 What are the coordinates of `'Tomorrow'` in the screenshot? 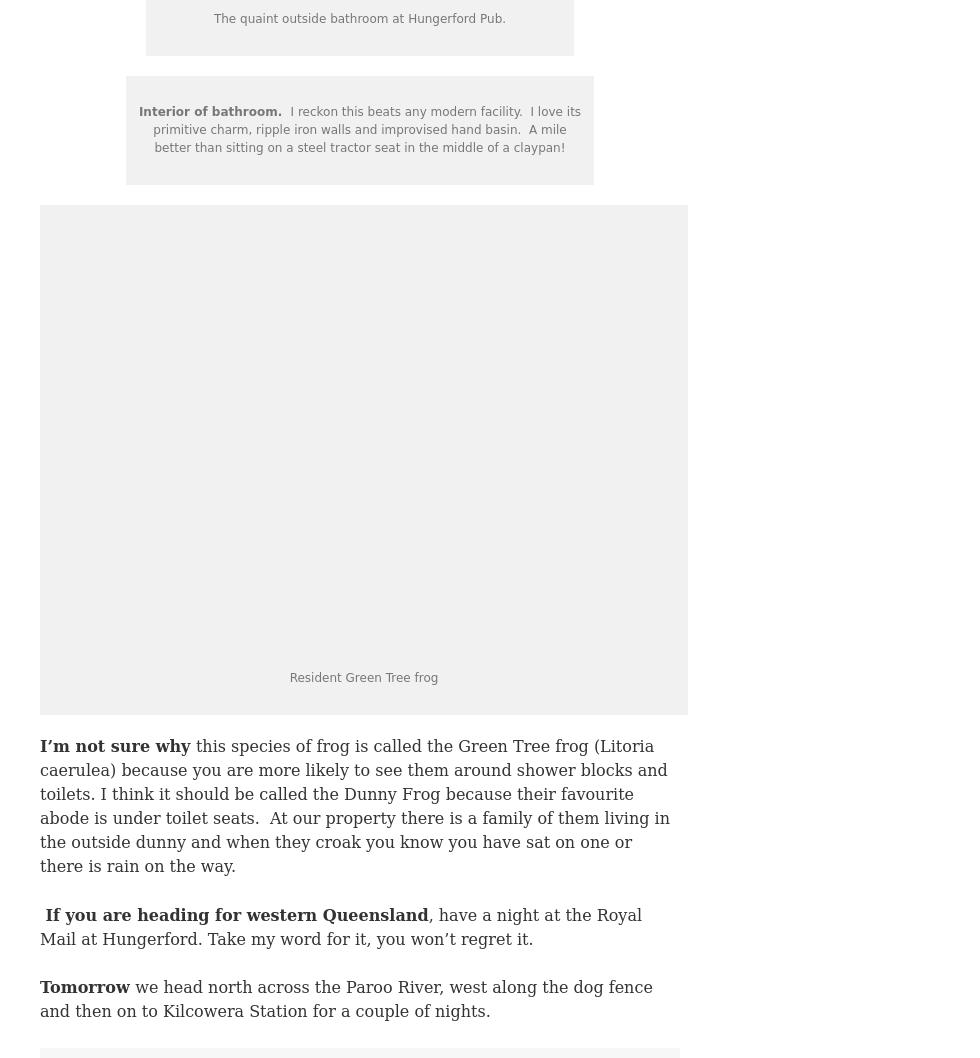 It's located at (87, 986).